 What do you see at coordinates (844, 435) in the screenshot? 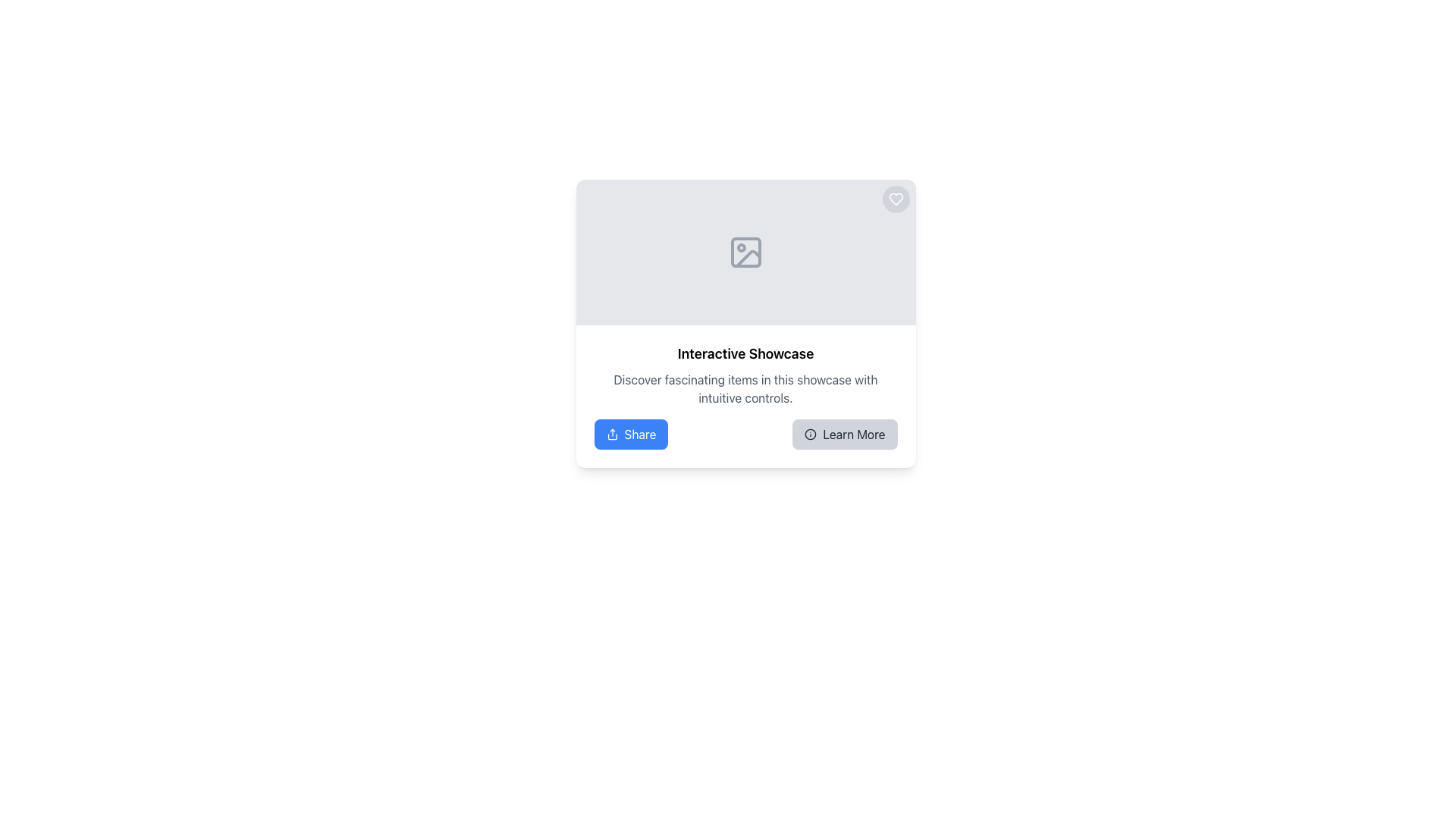
I see `the interactive button located to the right of the 'Share' button within the bottom section of a card` at bounding box center [844, 435].